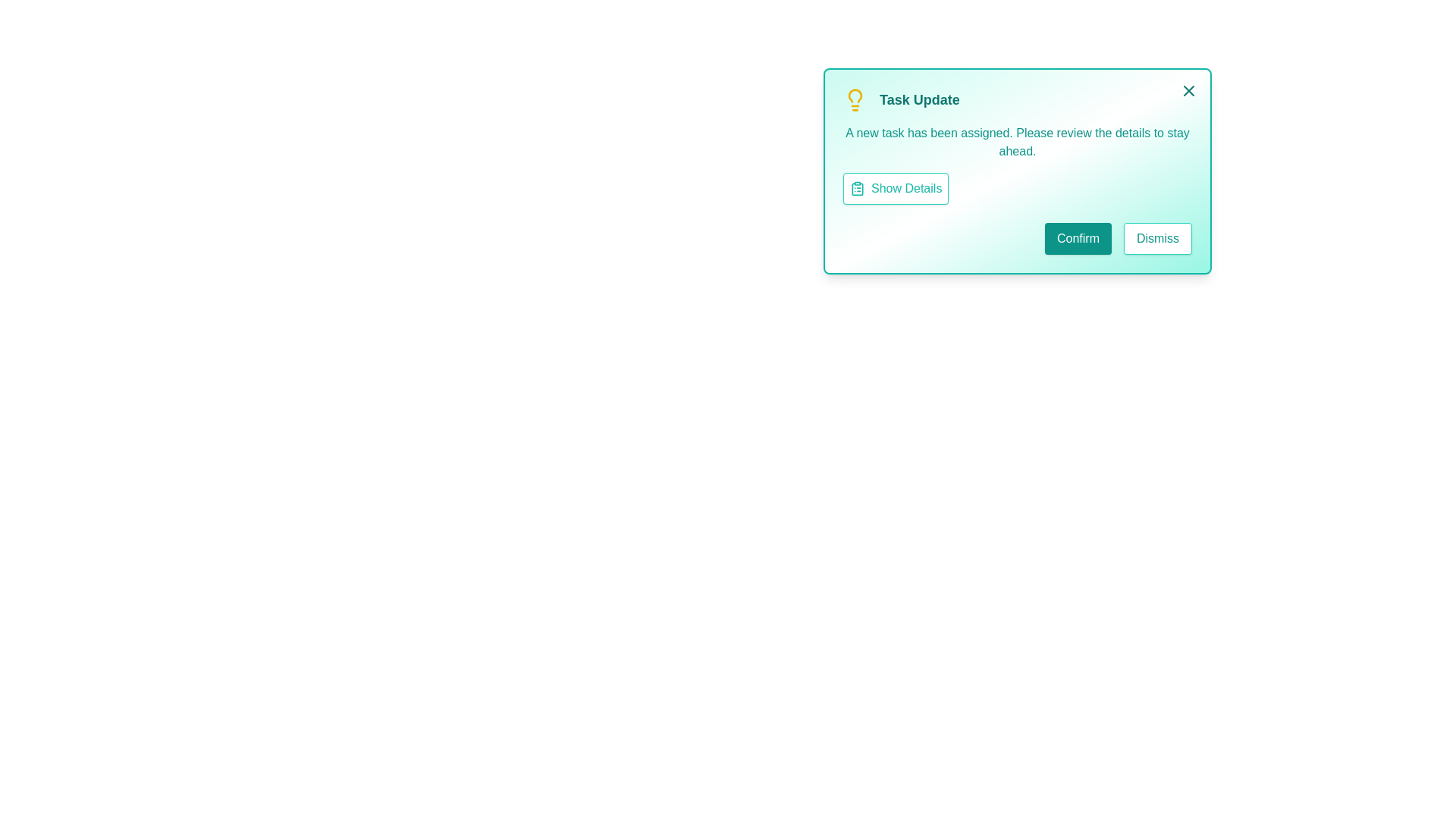 The image size is (1456, 819). Describe the element at coordinates (896, 188) in the screenshot. I see `the 'Show Details' button to toggle the visibility of task details` at that location.